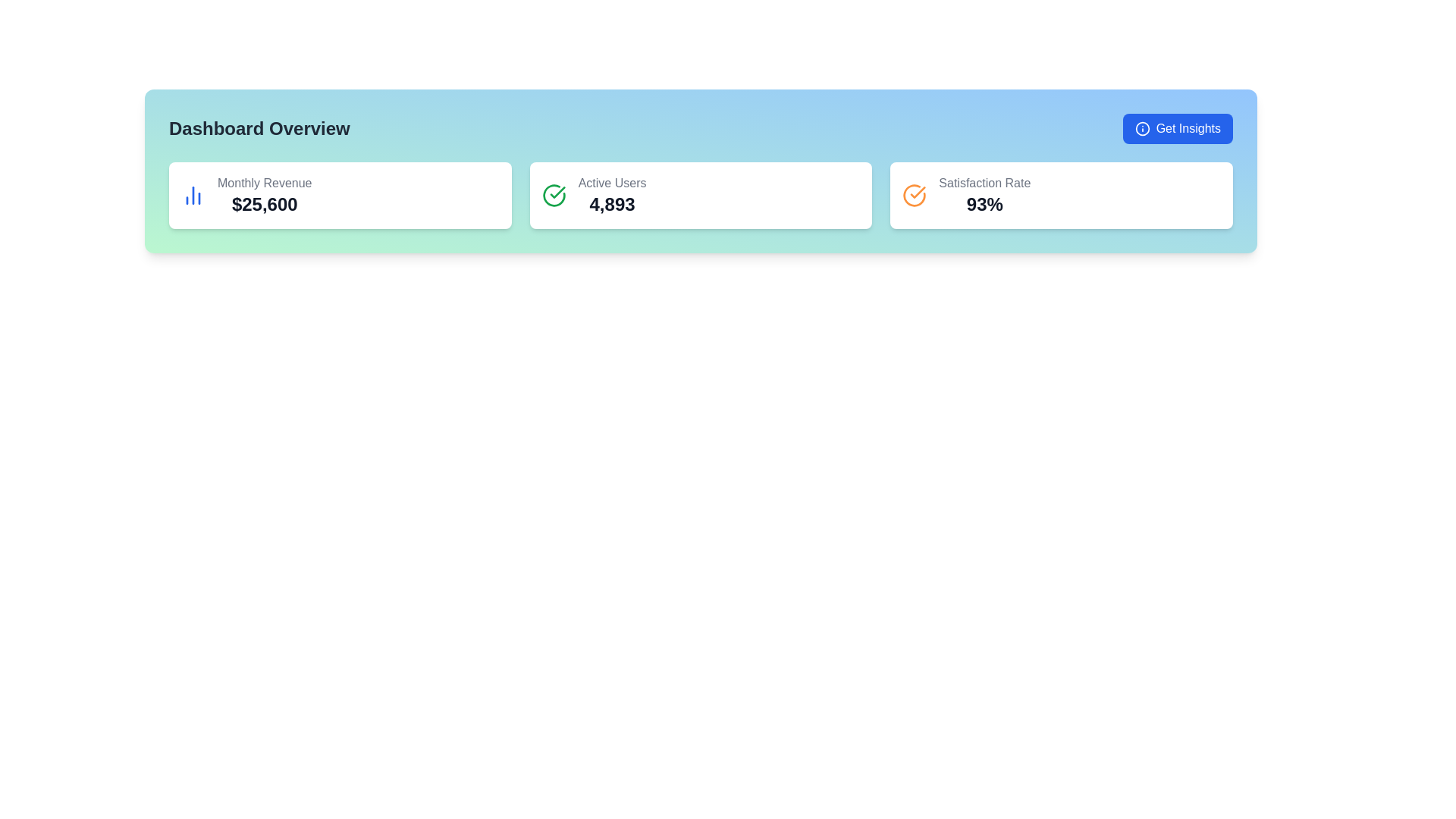  What do you see at coordinates (612, 195) in the screenshot?
I see `the 'Active Users' information display panel, which shows the number '4,893' in bold font, located in the second card of a row of three cards` at bounding box center [612, 195].